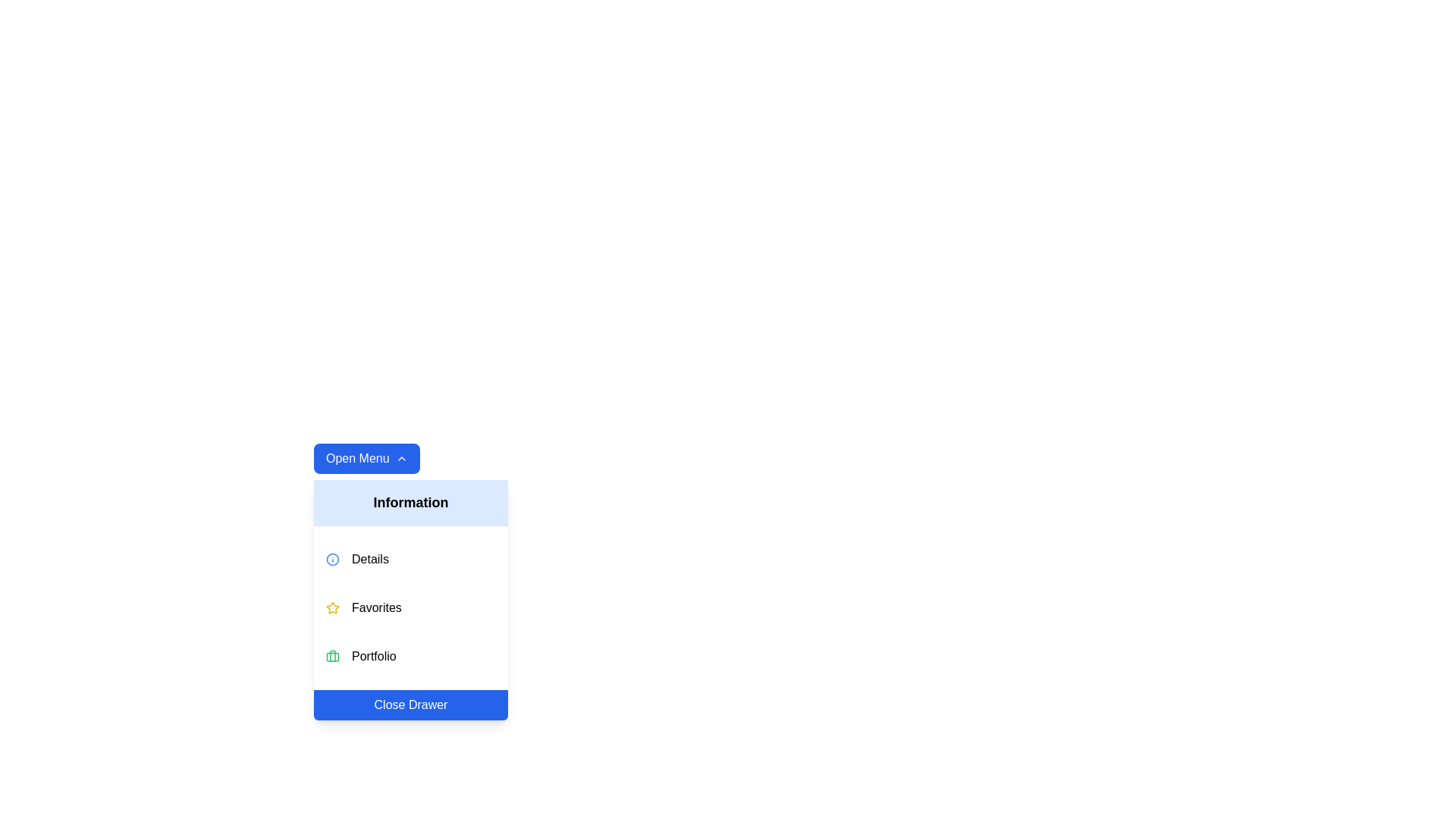 The height and width of the screenshot is (819, 1456). Describe the element at coordinates (411, 656) in the screenshot. I see `the 'Portfolio' button` at that location.